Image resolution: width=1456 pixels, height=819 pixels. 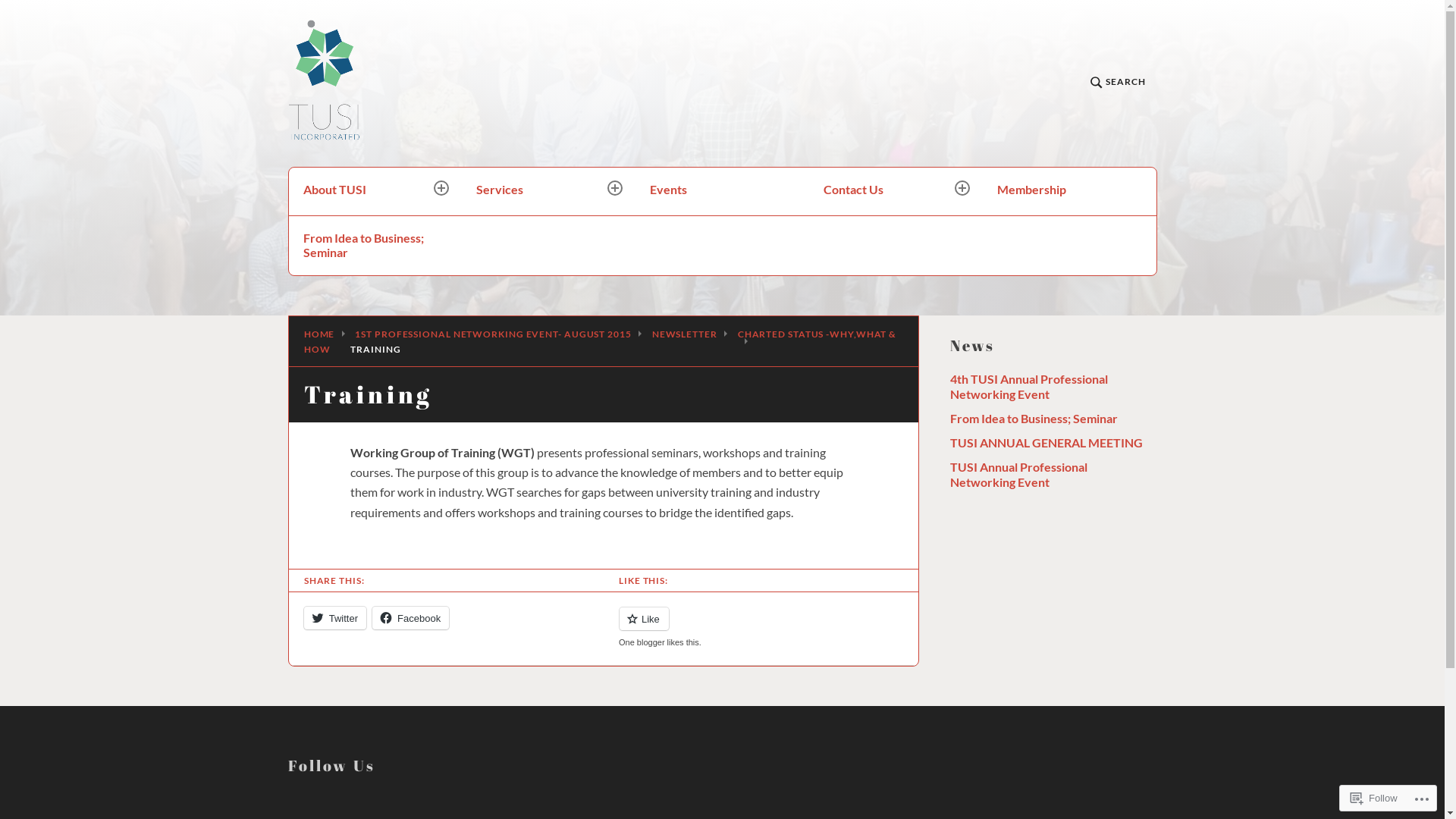 What do you see at coordinates (603, 627) in the screenshot?
I see `'Like or Reblog'` at bounding box center [603, 627].